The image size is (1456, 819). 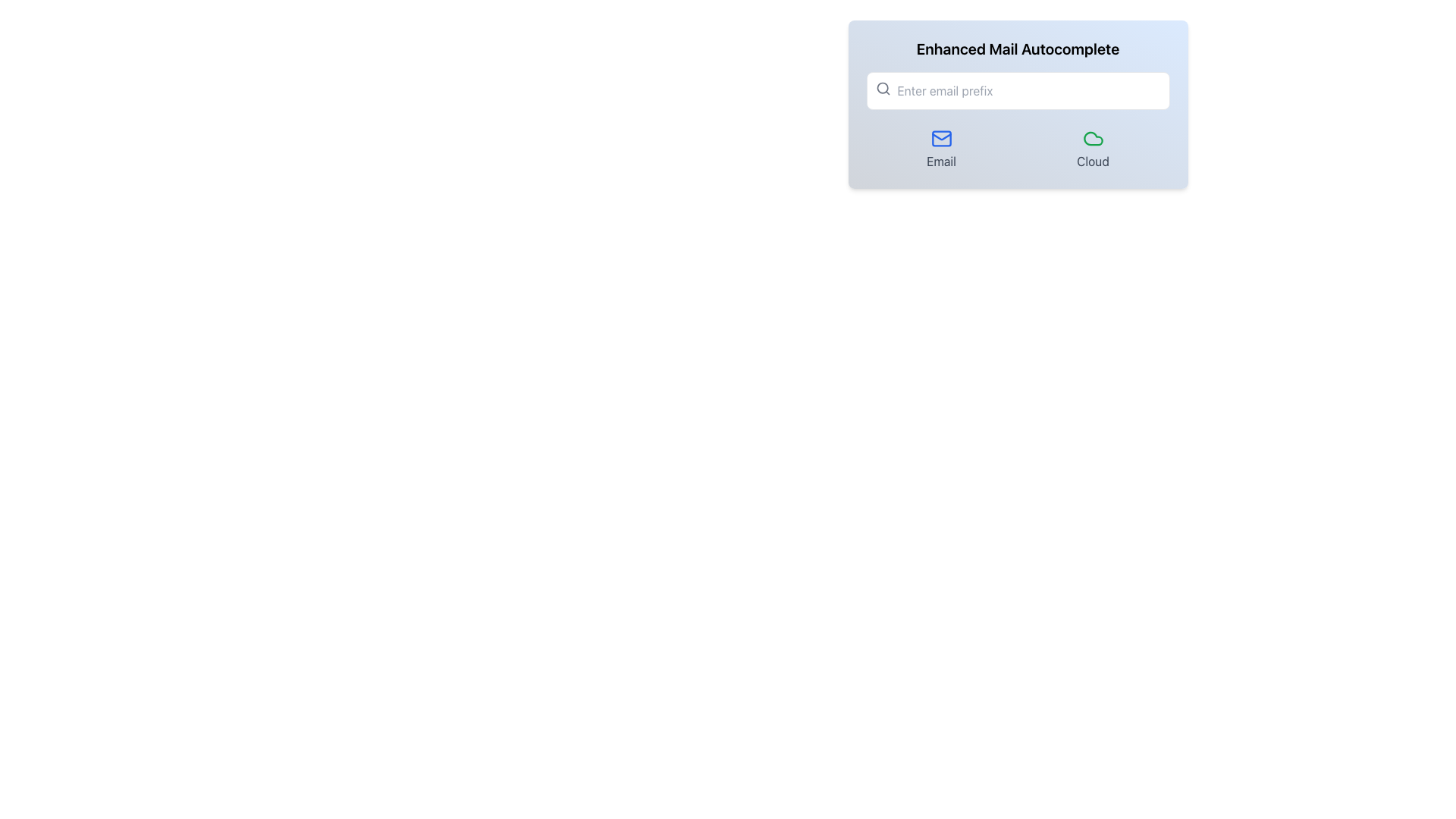 What do you see at coordinates (940, 161) in the screenshot?
I see `the text label labeled 'Email', which is styled in gray and positioned below the envelope icon` at bounding box center [940, 161].